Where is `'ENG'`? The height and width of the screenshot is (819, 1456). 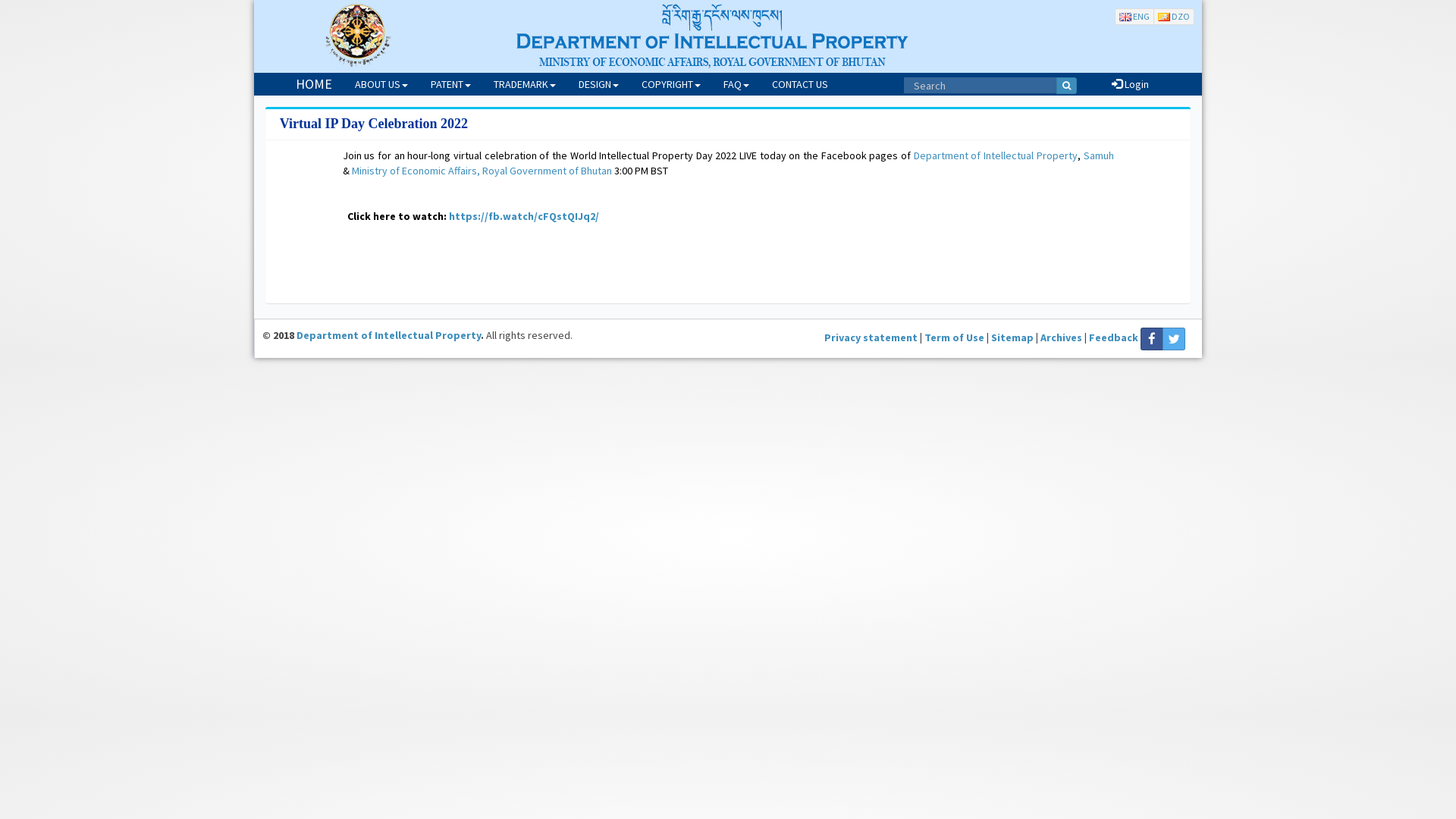 'ENG' is located at coordinates (1134, 16).